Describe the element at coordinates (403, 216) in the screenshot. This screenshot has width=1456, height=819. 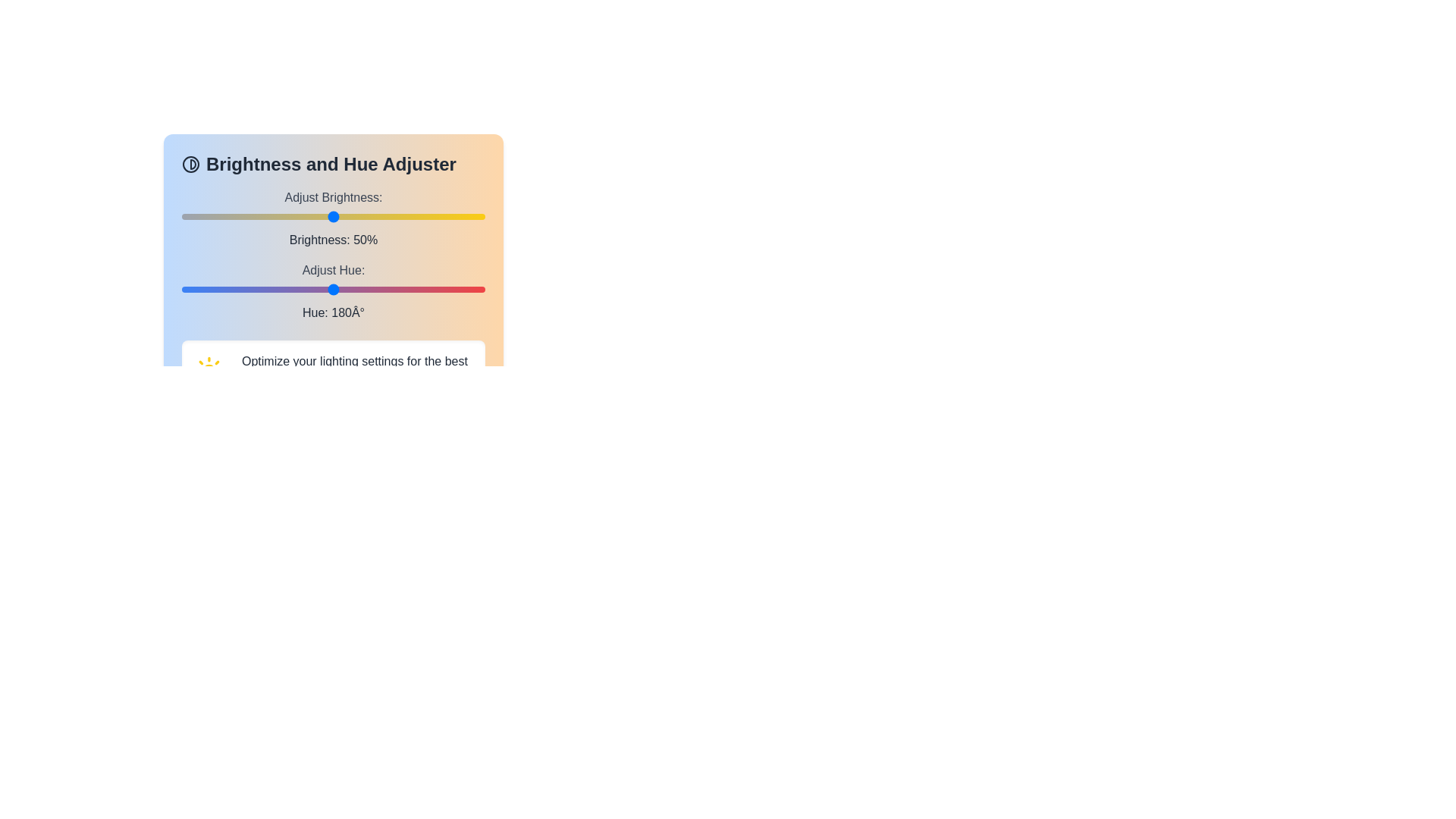
I see `the brightness slider to 73%` at that location.